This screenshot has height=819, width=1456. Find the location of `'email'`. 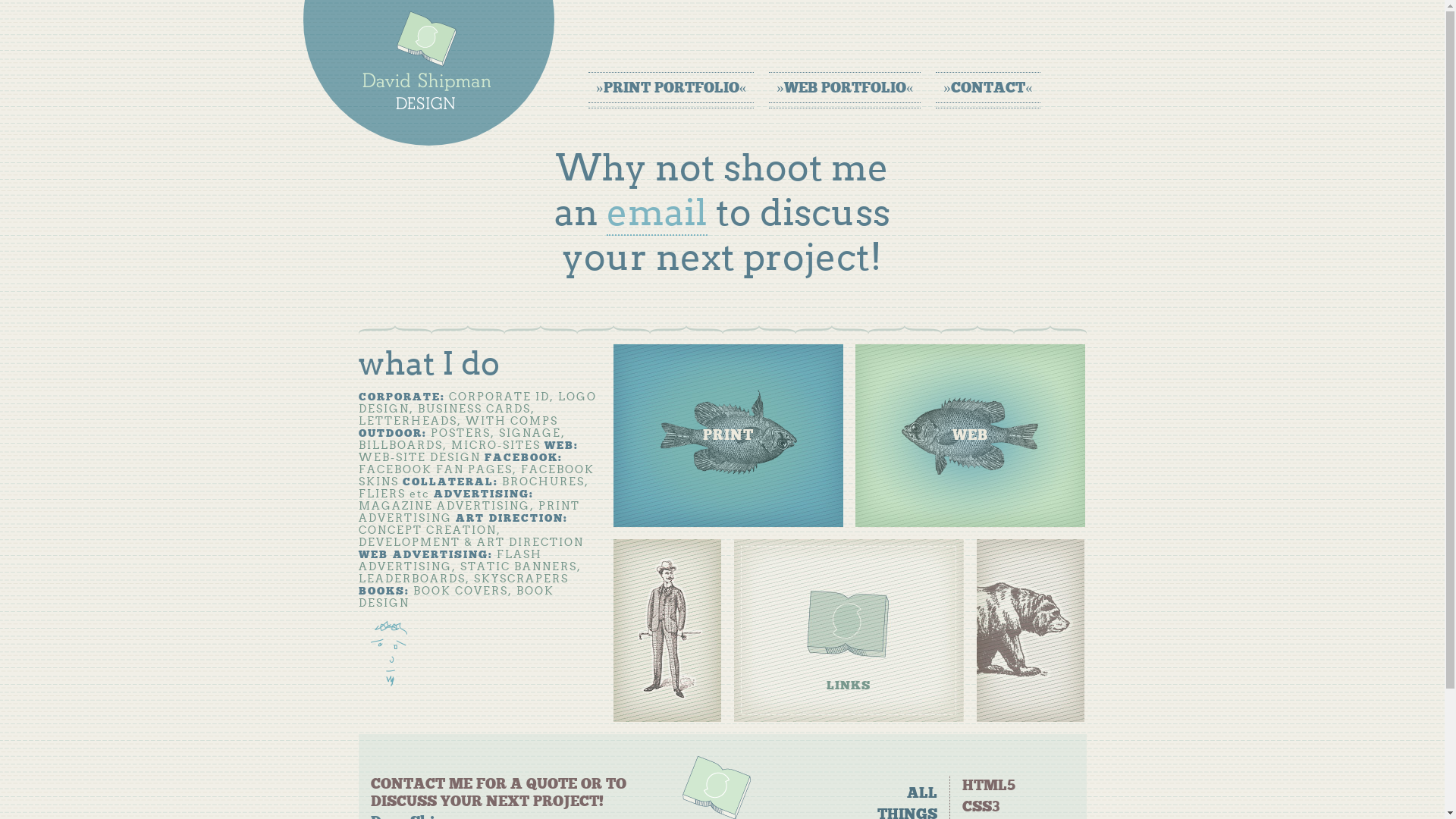

'email' is located at coordinates (657, 212).